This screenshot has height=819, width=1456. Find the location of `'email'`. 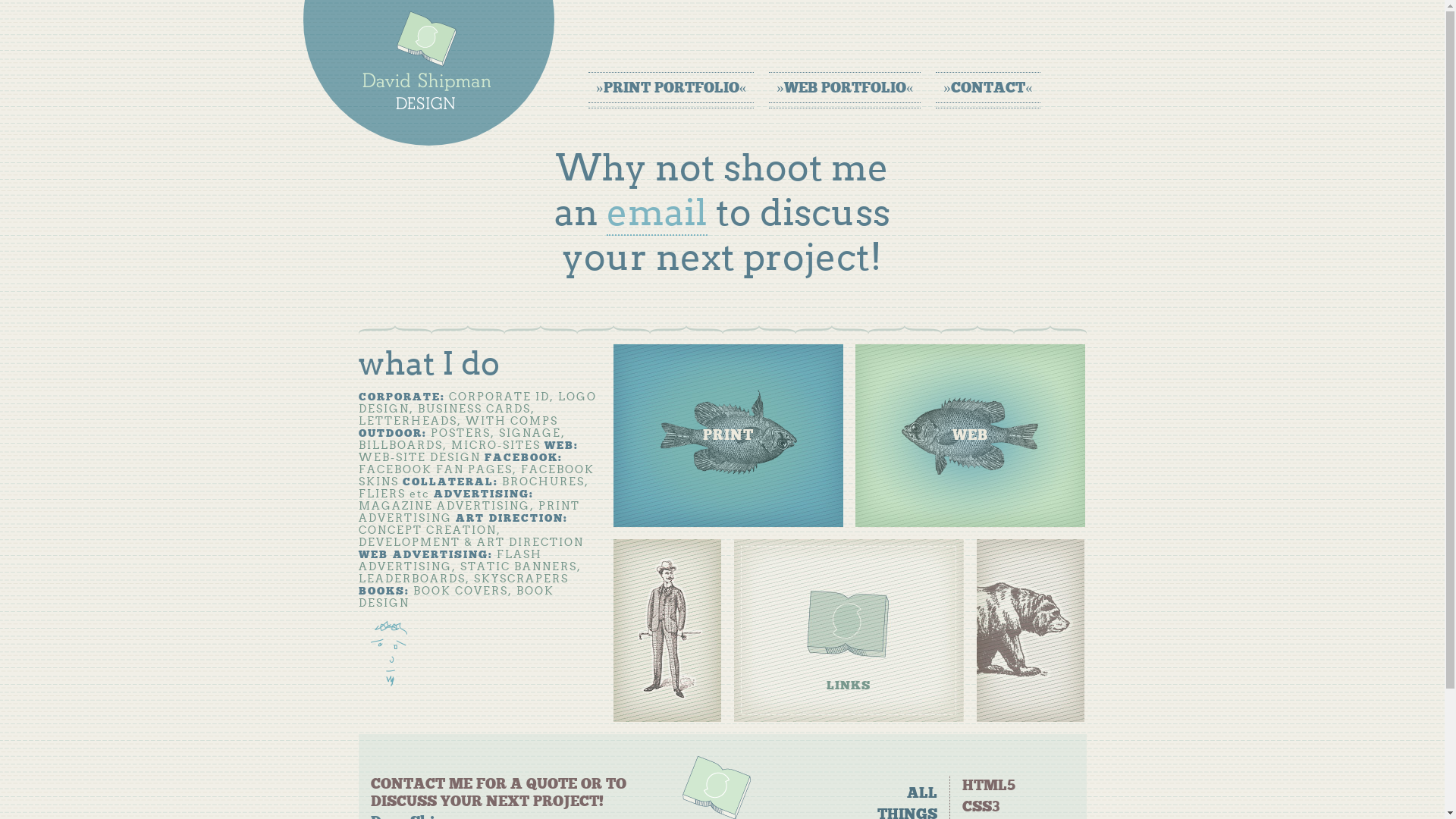

'email' is located at coordinates (657, 212).